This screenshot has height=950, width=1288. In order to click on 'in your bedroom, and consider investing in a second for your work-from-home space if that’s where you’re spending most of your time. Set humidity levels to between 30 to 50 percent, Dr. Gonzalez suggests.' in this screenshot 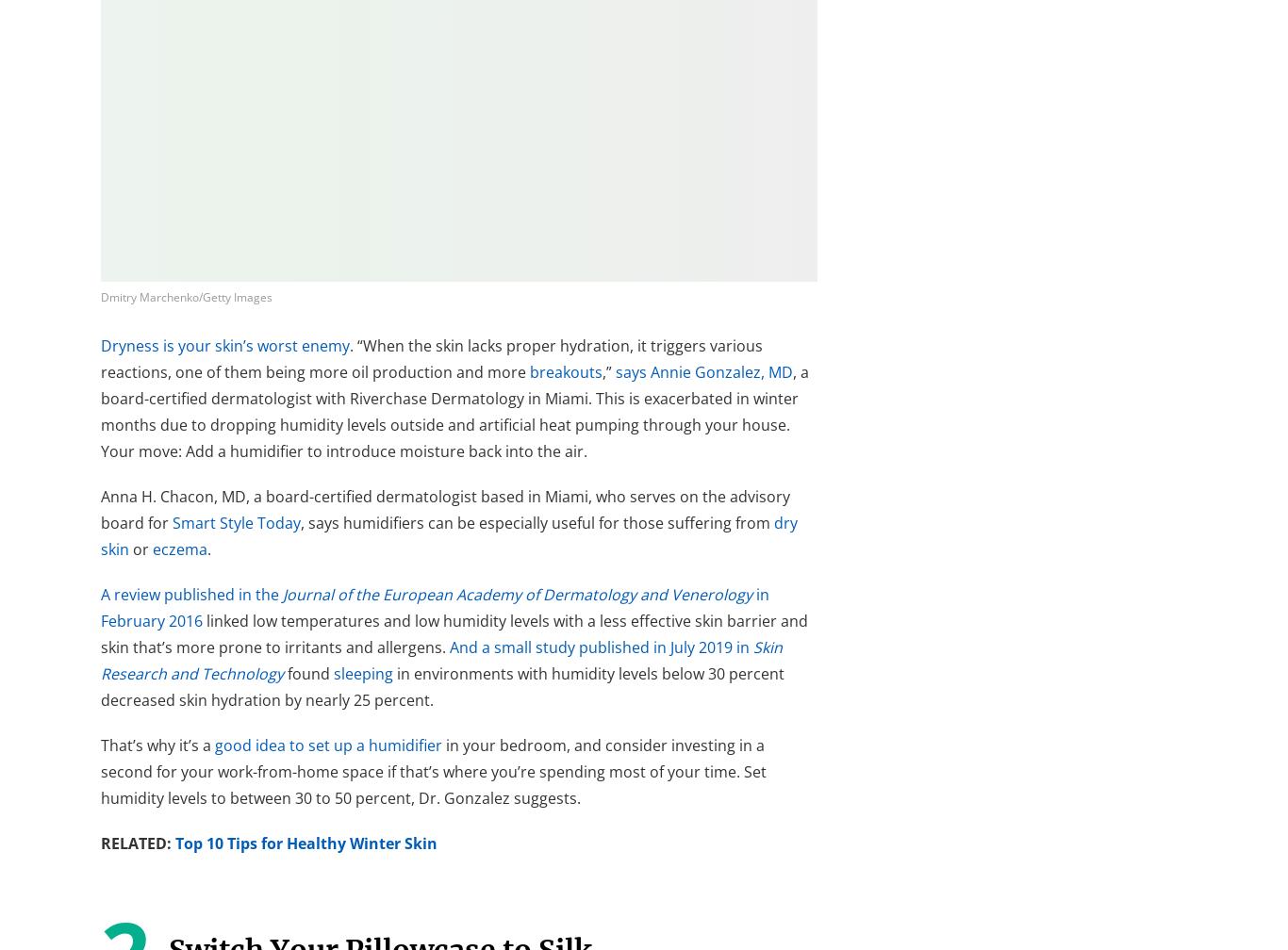, I will do `click(433, 772)`.